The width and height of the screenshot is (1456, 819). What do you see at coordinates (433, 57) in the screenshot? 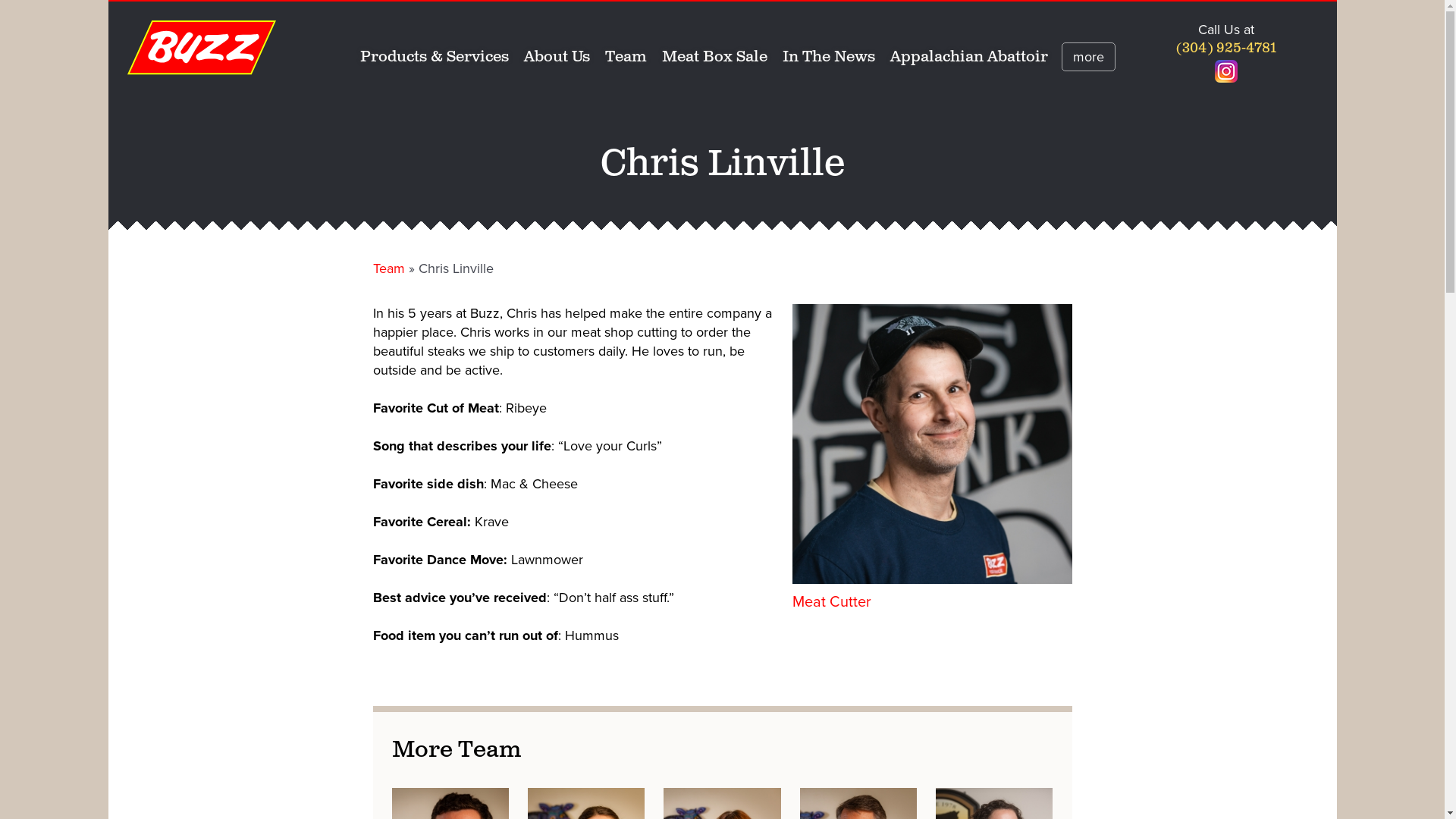
I see `'Products & Services'` at bounding box center [433, 57].